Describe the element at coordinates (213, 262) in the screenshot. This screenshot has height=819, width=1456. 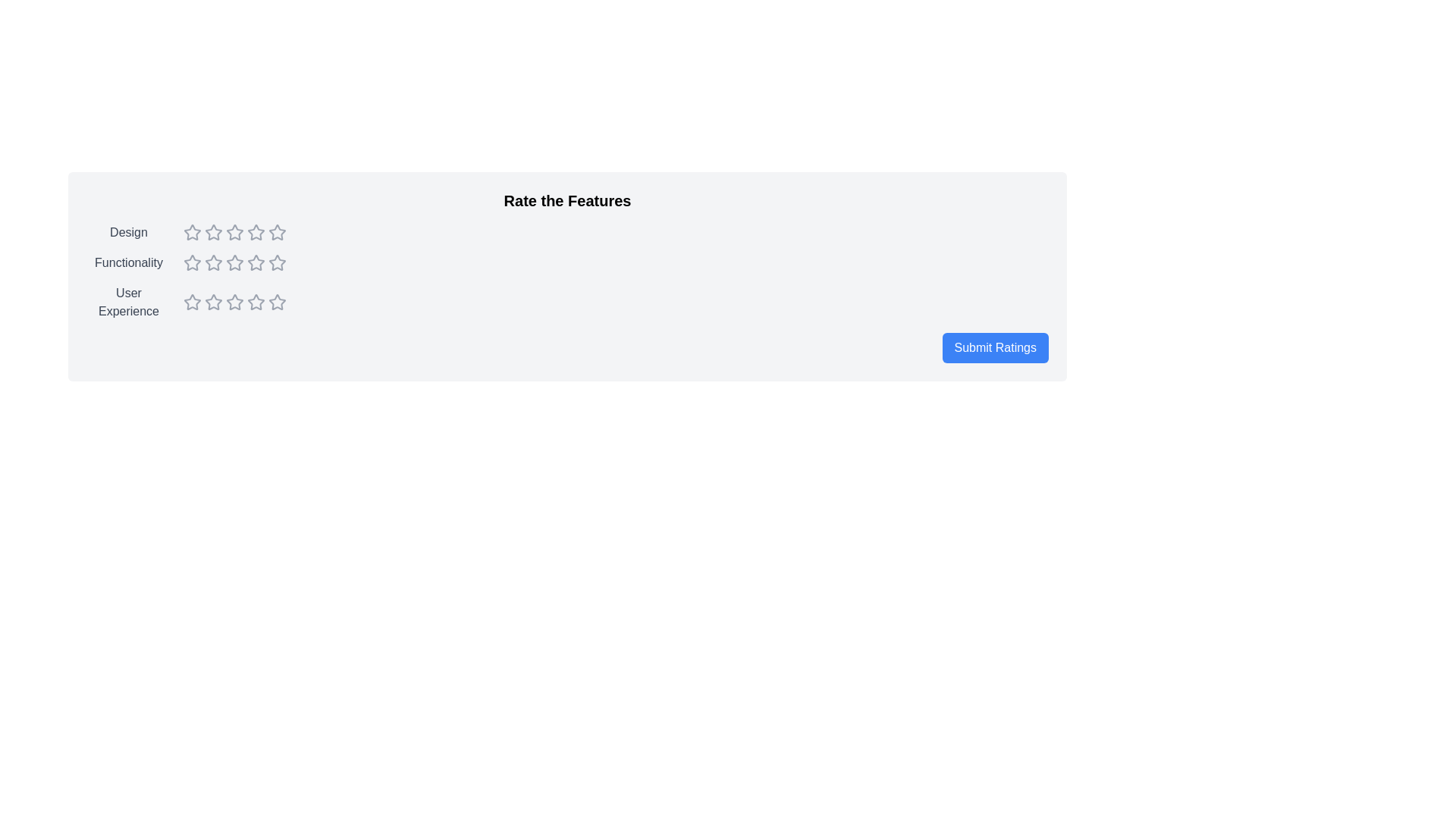
I see `the third gray star-shaped rating icon under the 'Functionality' category` at that location.